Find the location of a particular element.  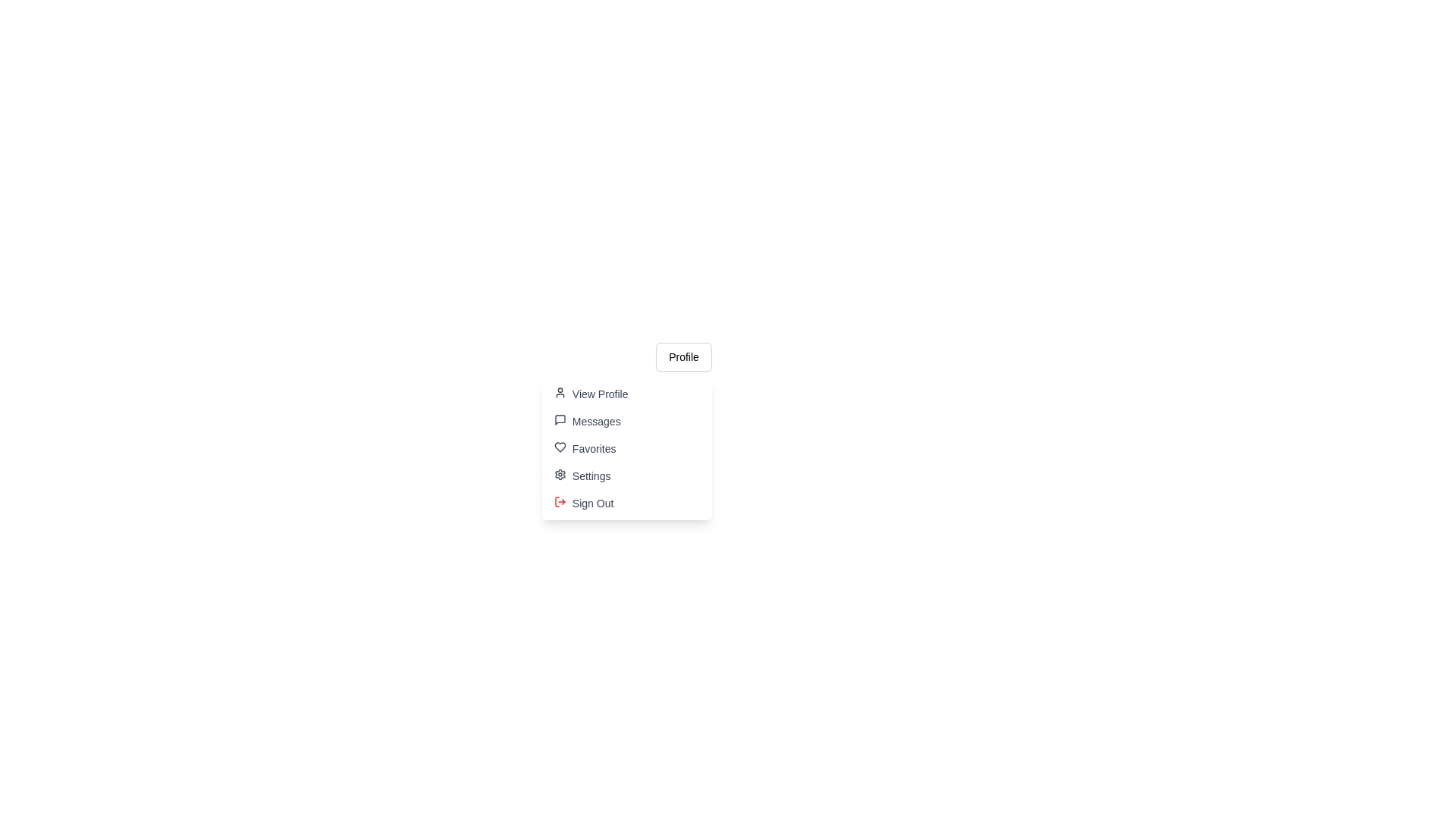

the 'View Profile' option in the dropdown menu, which is represented by an SVG user avatar icon located to the left of the text 'View Profile' is located at coordinates (559, 391).